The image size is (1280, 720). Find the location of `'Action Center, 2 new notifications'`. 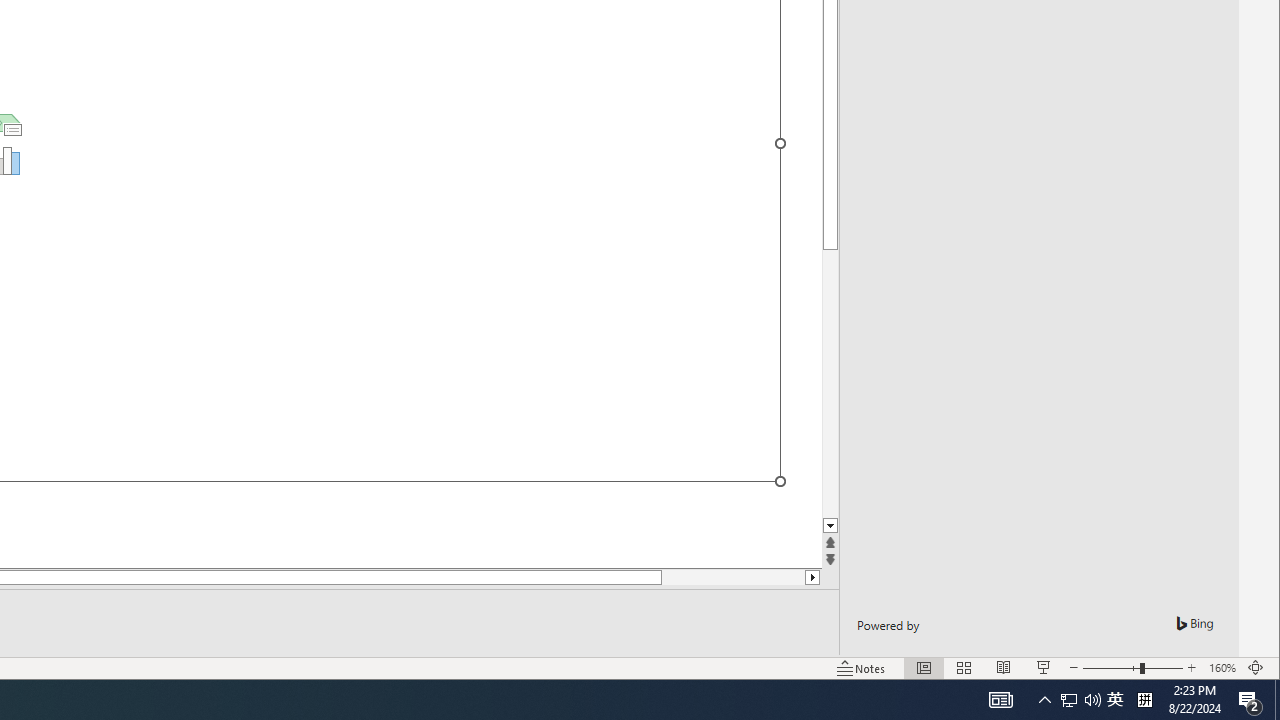

'Action Center, 2 new notifications' is located at coordinates (1250, 698).